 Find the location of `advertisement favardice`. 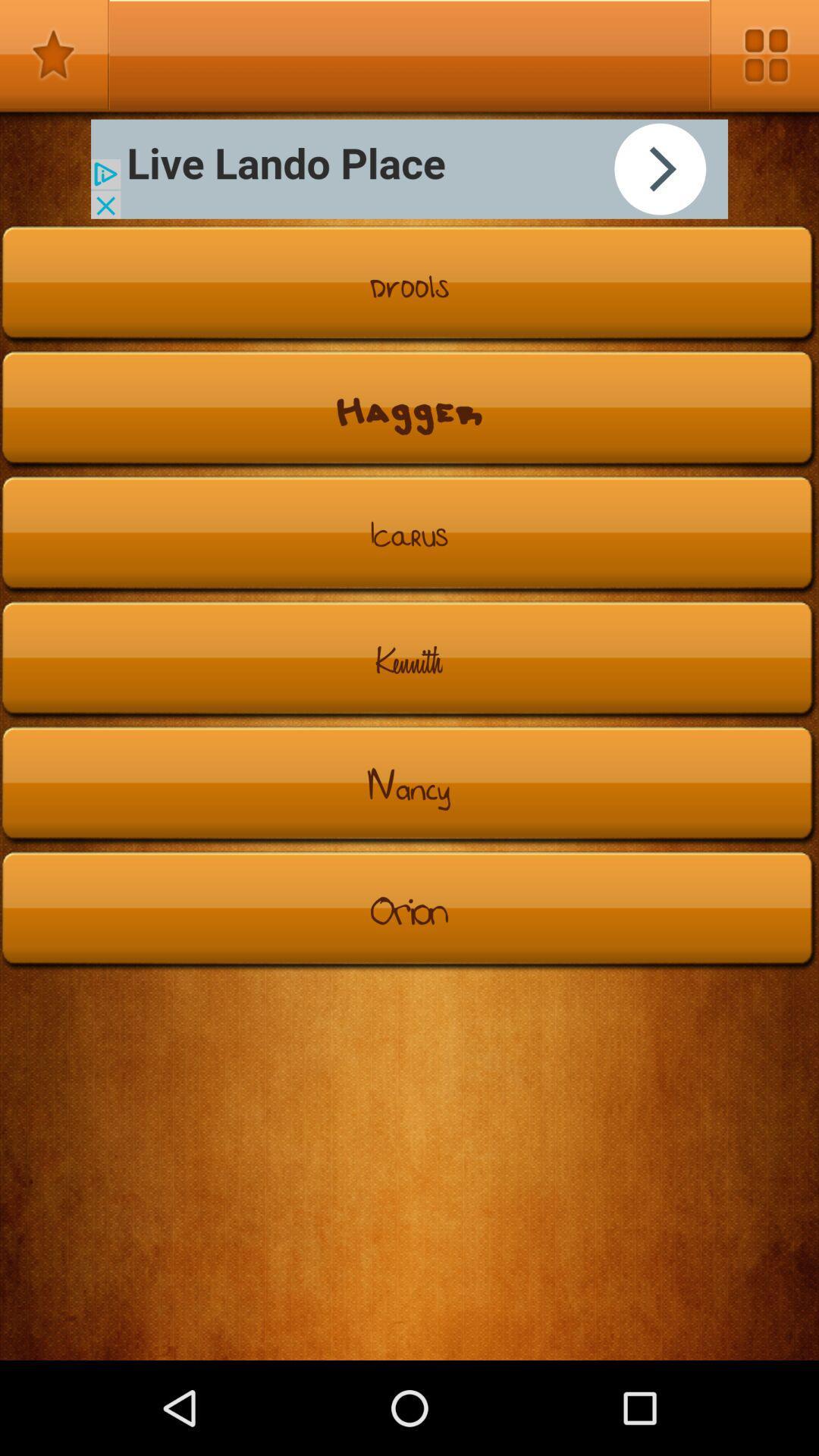

advertisement favardice is located at coordinates (54, 55).